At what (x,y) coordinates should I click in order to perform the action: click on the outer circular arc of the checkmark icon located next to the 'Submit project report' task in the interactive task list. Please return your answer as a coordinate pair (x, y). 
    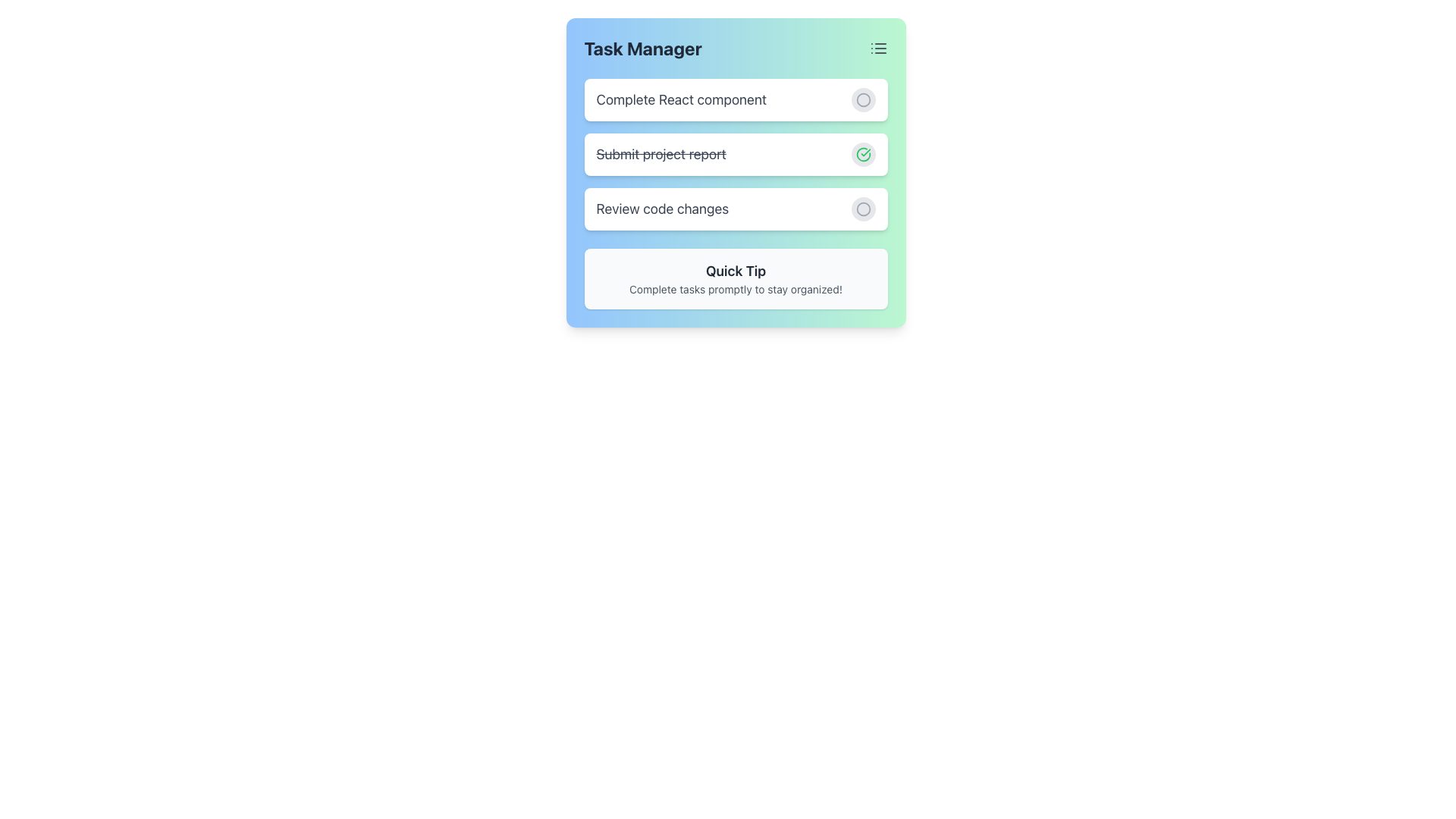
    Looking at the image, I should click on (863, 155).